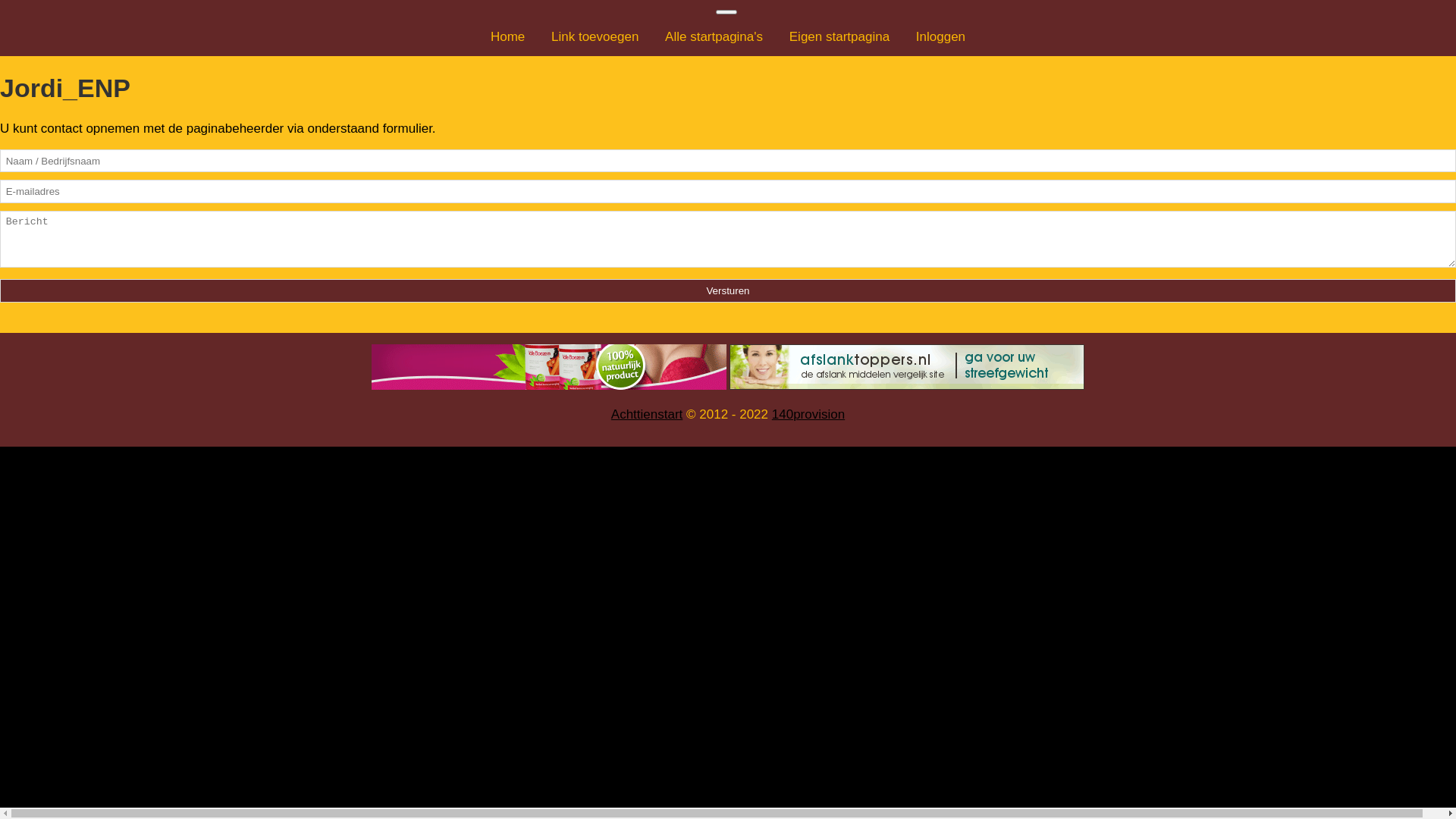 This screenshot has width=1456, height=819. Describe the element at coordinates (654, 36) in the screenshot. I see `'Alle startpagina's'` at that location.